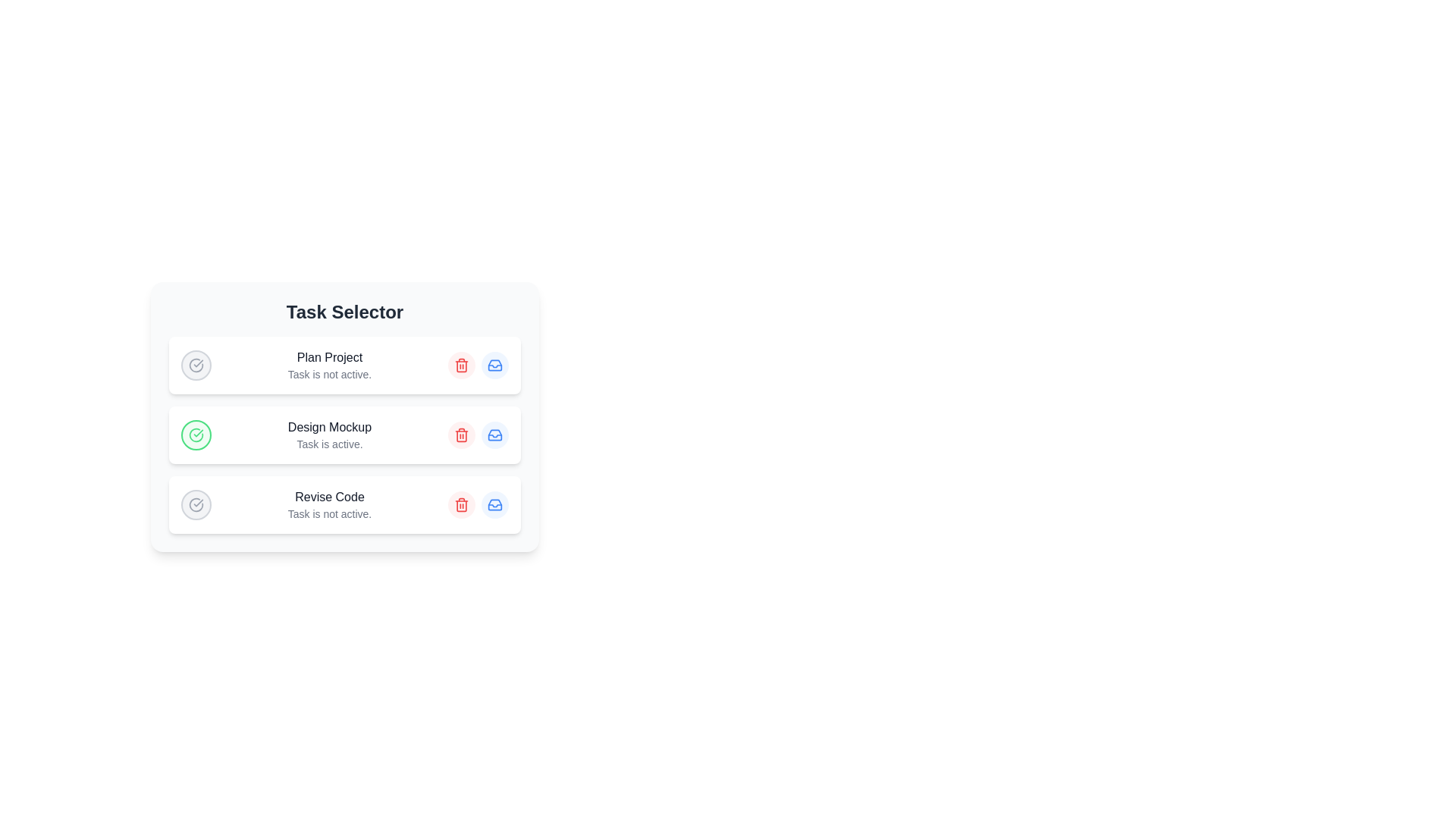  I want to click on the circular button with a light blue background and blue outline of an inbox icon, which is the last button in the row for the 'Revise Code' task, so click(494, 505).